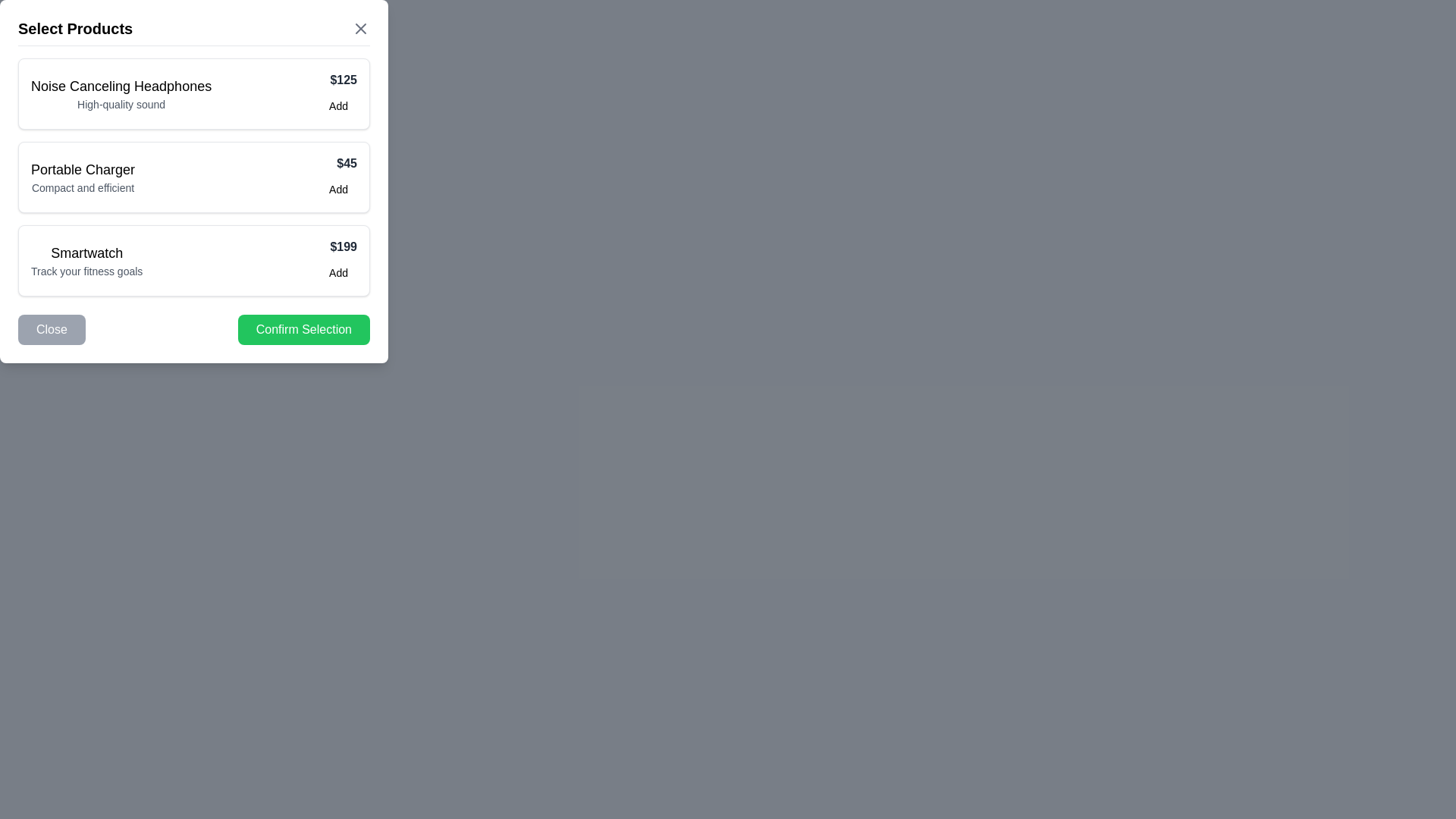  What do you see at coordinates (359, 29) in the screenshot?
I see `the small, diagonal cross icon located at the top-right corner of the 'Select Products' modal window` at bounding box center [359, 29].